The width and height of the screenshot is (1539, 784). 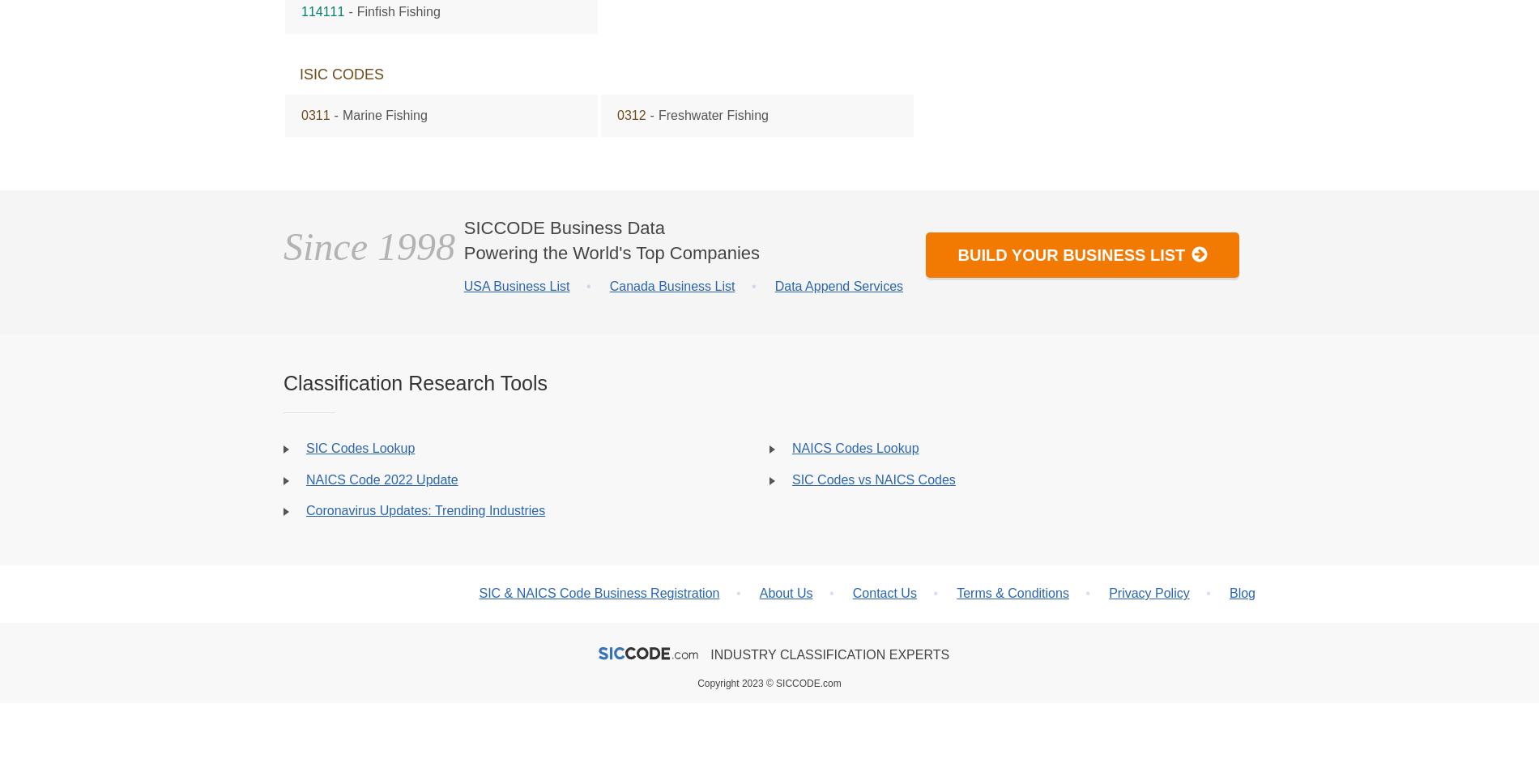 What do you see at coordinates (1242, 593) in the screenshot?
I see `'Blog'` at bounding box center [1242, 593].